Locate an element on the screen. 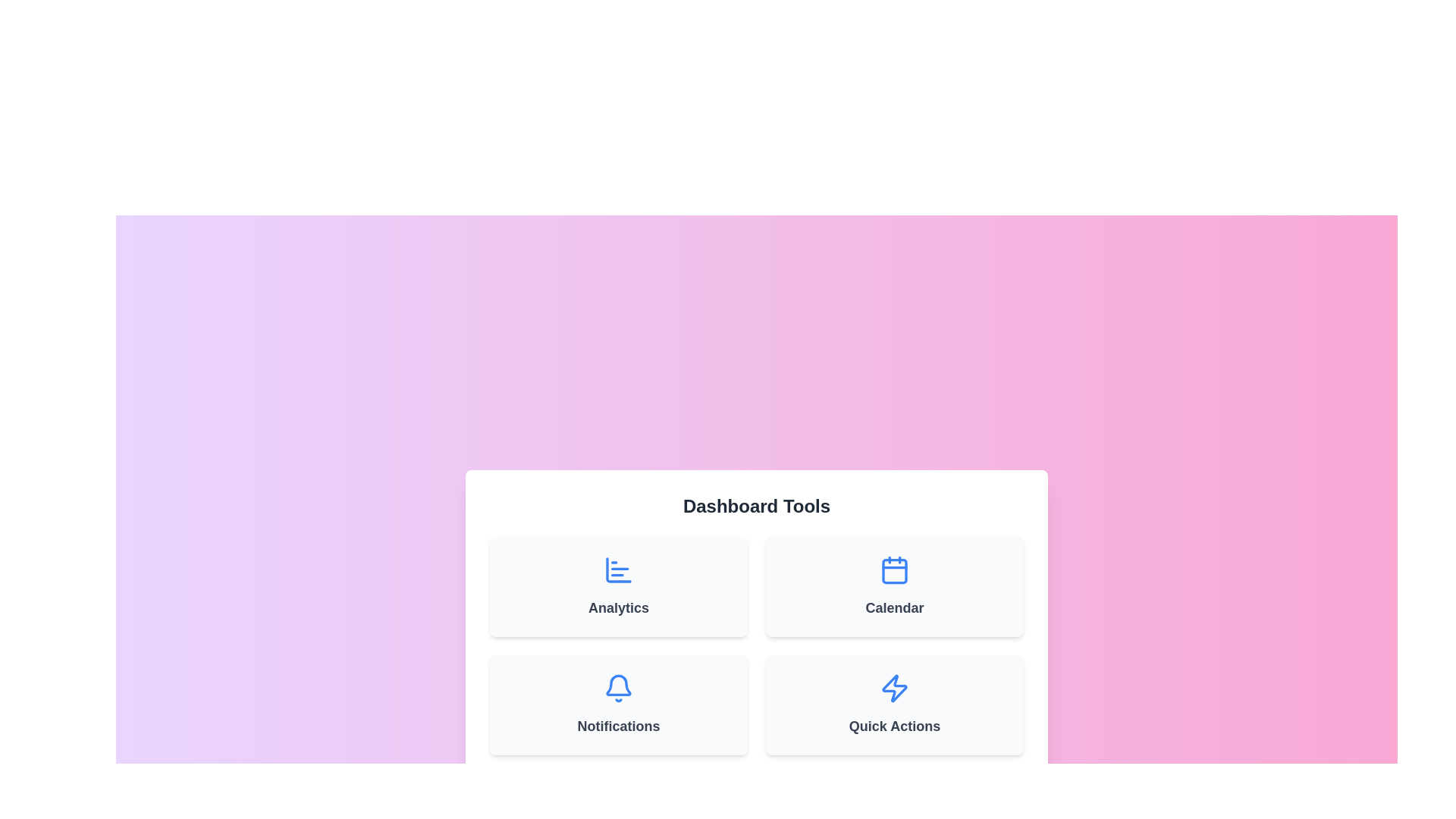  the calendar date box icon element located in the upper-right segment of the dashboard tools grid is located at coordinates (895, 570).